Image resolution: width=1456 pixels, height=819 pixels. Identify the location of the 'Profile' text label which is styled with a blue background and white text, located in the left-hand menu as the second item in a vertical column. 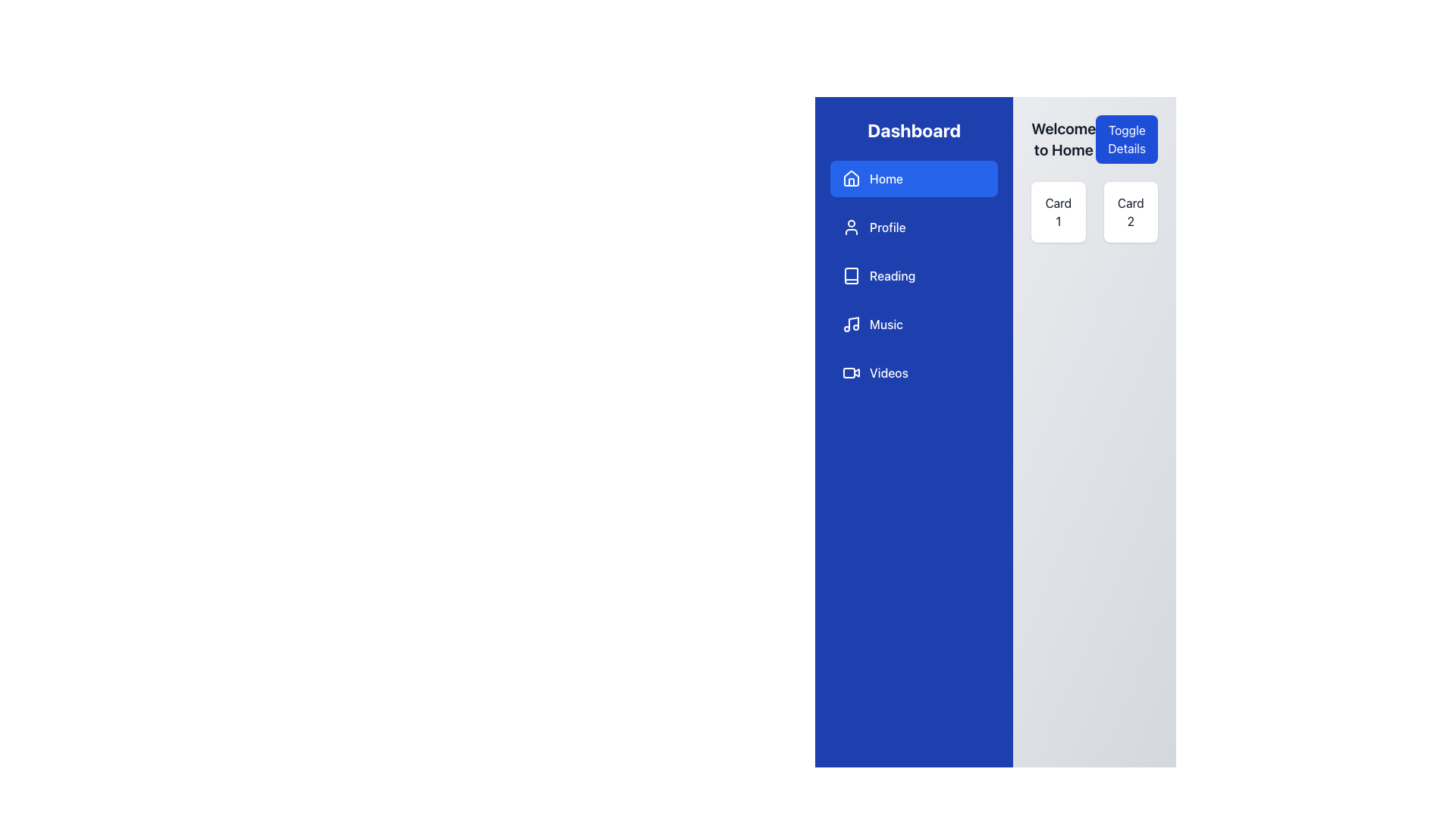
(887, 227).